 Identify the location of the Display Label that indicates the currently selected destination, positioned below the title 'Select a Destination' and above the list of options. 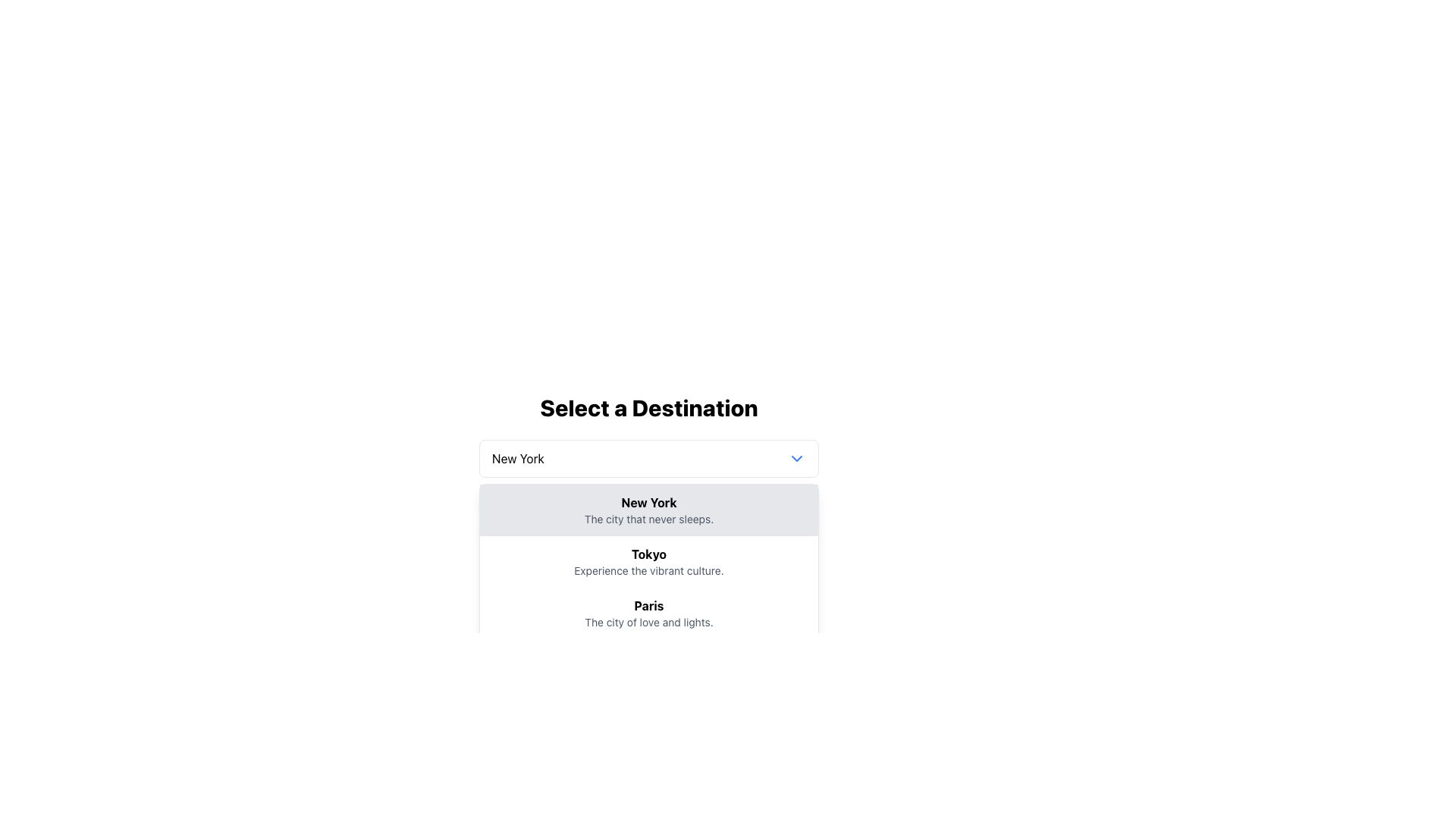
(648, 516).